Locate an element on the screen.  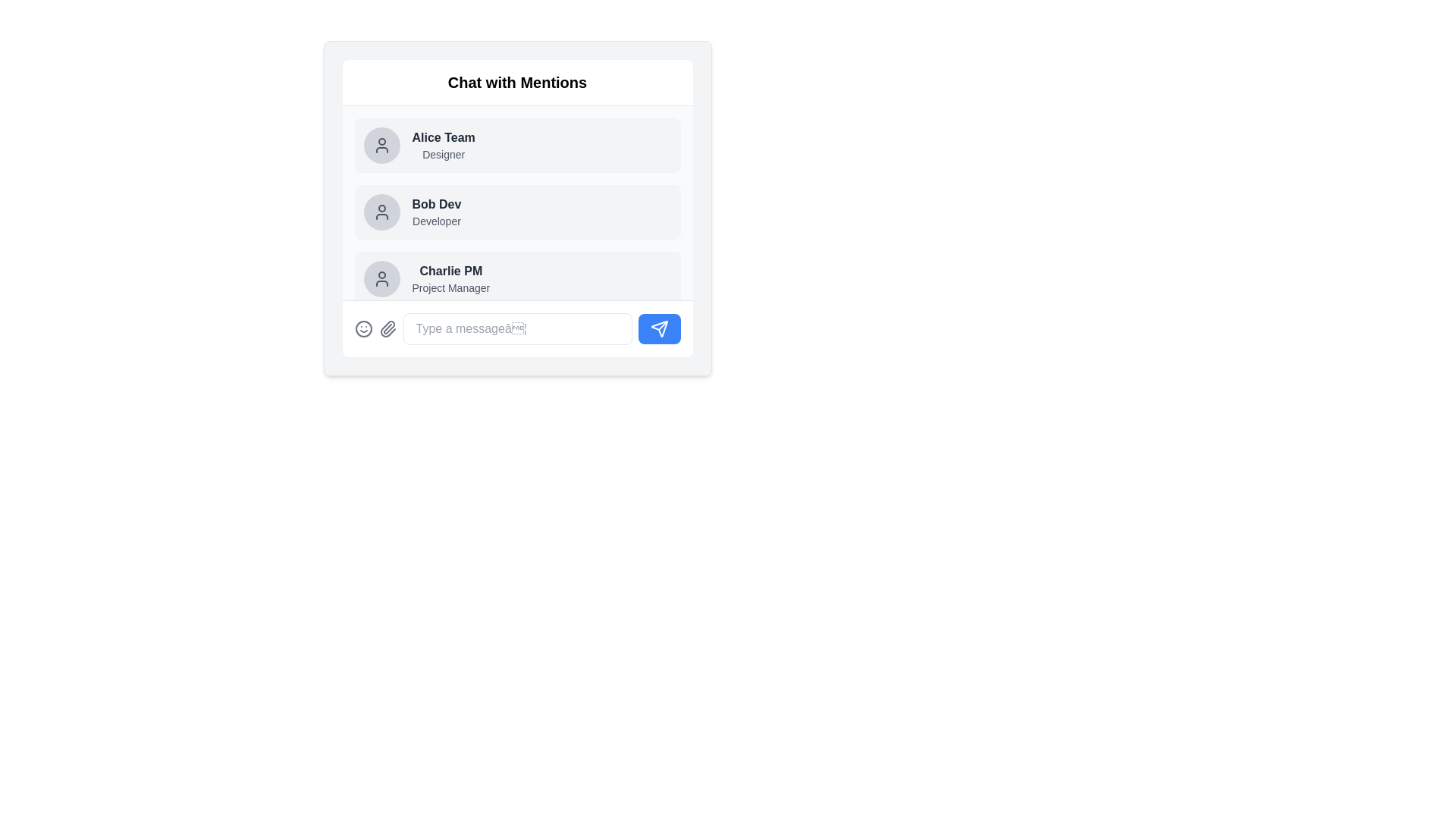
the circular profile icon representing the user 'Alice Team' in the first user card of the 'Chat with Mentions' list is located at coordinates (381, 146).